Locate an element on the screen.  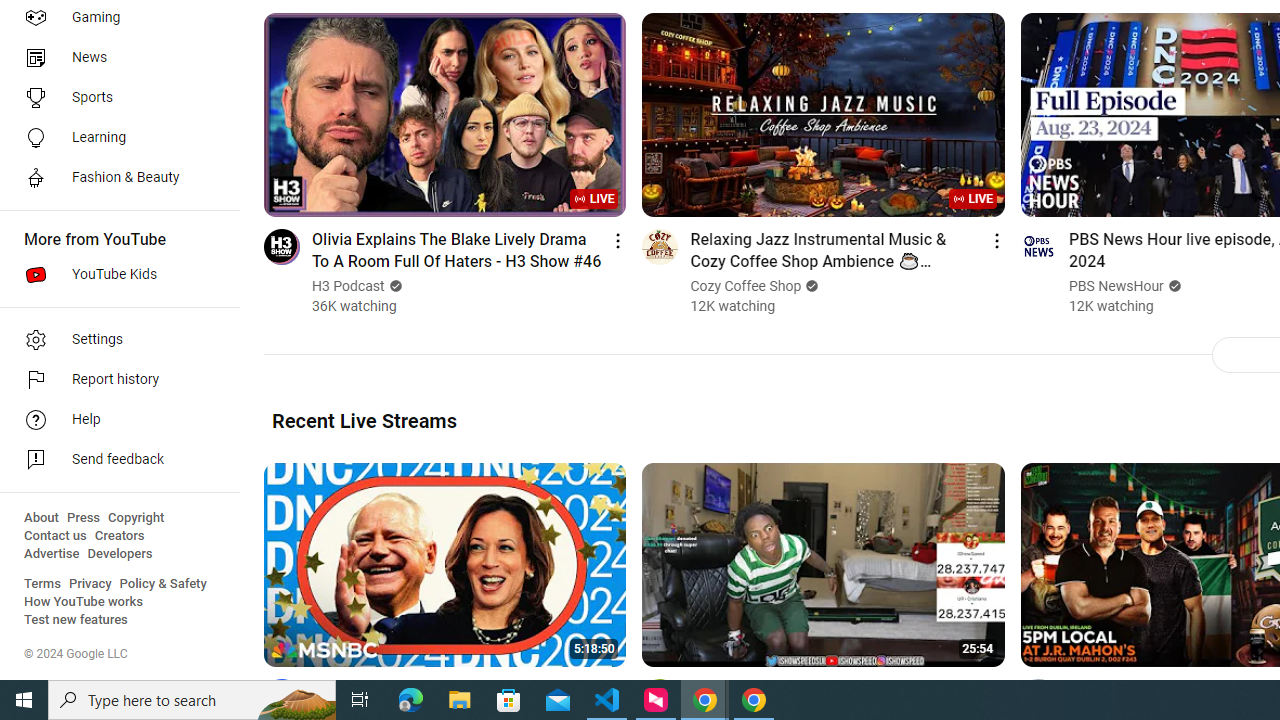
'H3 Podcast' is located at coordinates (349, 286).